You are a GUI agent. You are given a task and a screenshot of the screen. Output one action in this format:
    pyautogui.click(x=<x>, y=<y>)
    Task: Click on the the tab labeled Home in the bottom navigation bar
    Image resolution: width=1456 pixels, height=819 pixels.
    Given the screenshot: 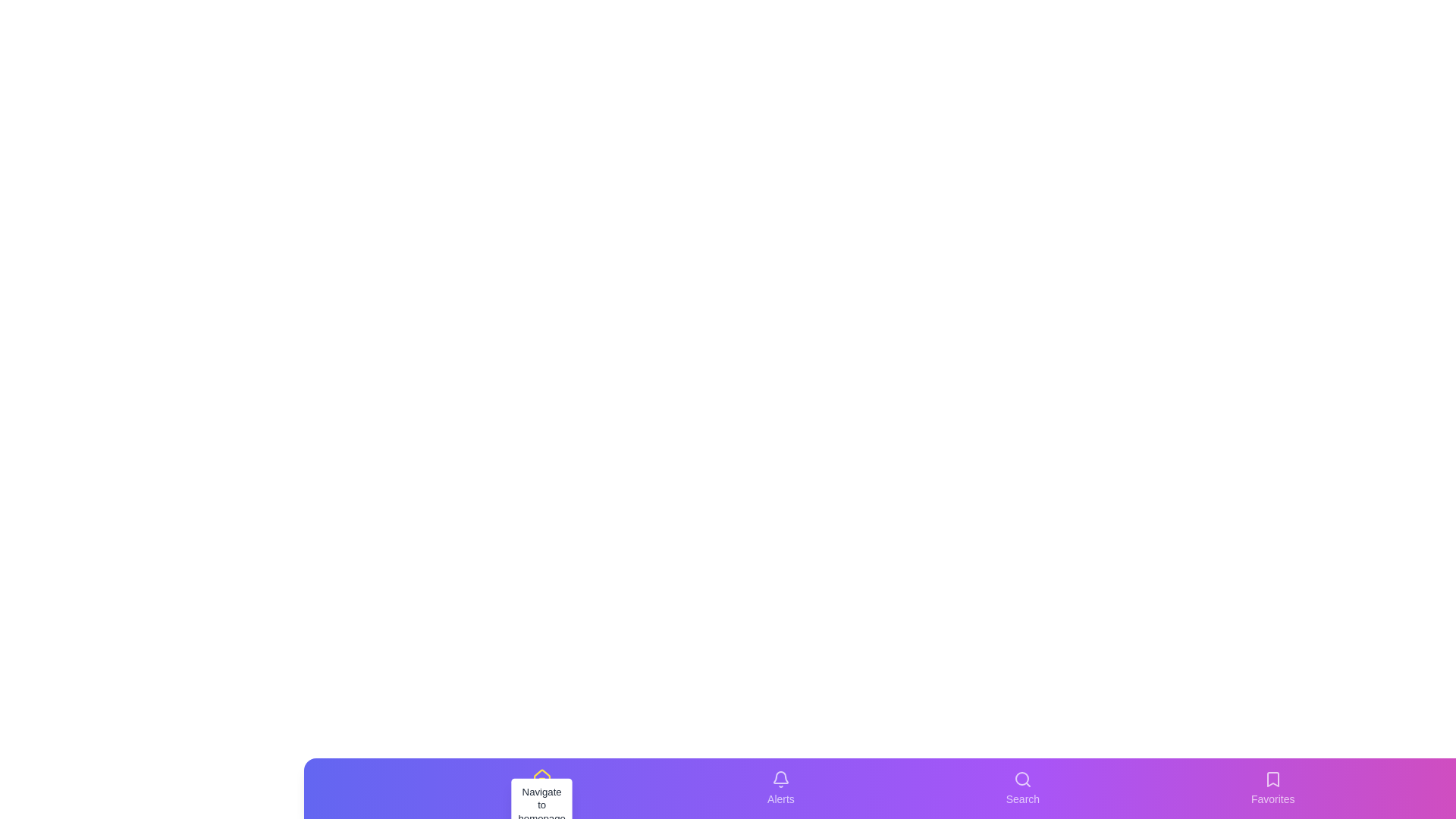 What is the action you would take?
    pyautogui.click(x=541, y=788)
    